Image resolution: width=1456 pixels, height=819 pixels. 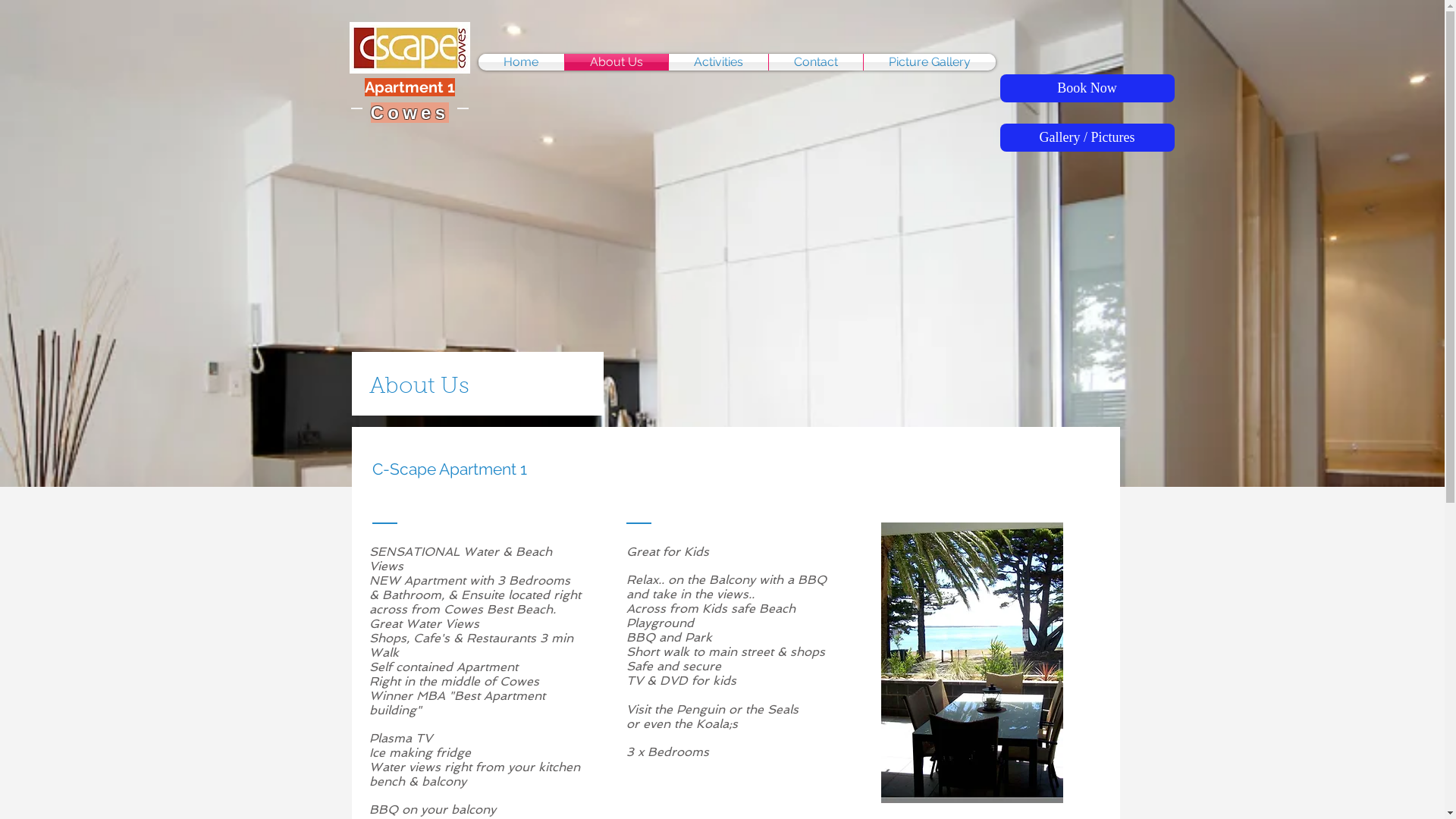 What do you see at coordinates (520, 61) in the screenshot?
I see `'Home'` at bounding box center [520, 61].